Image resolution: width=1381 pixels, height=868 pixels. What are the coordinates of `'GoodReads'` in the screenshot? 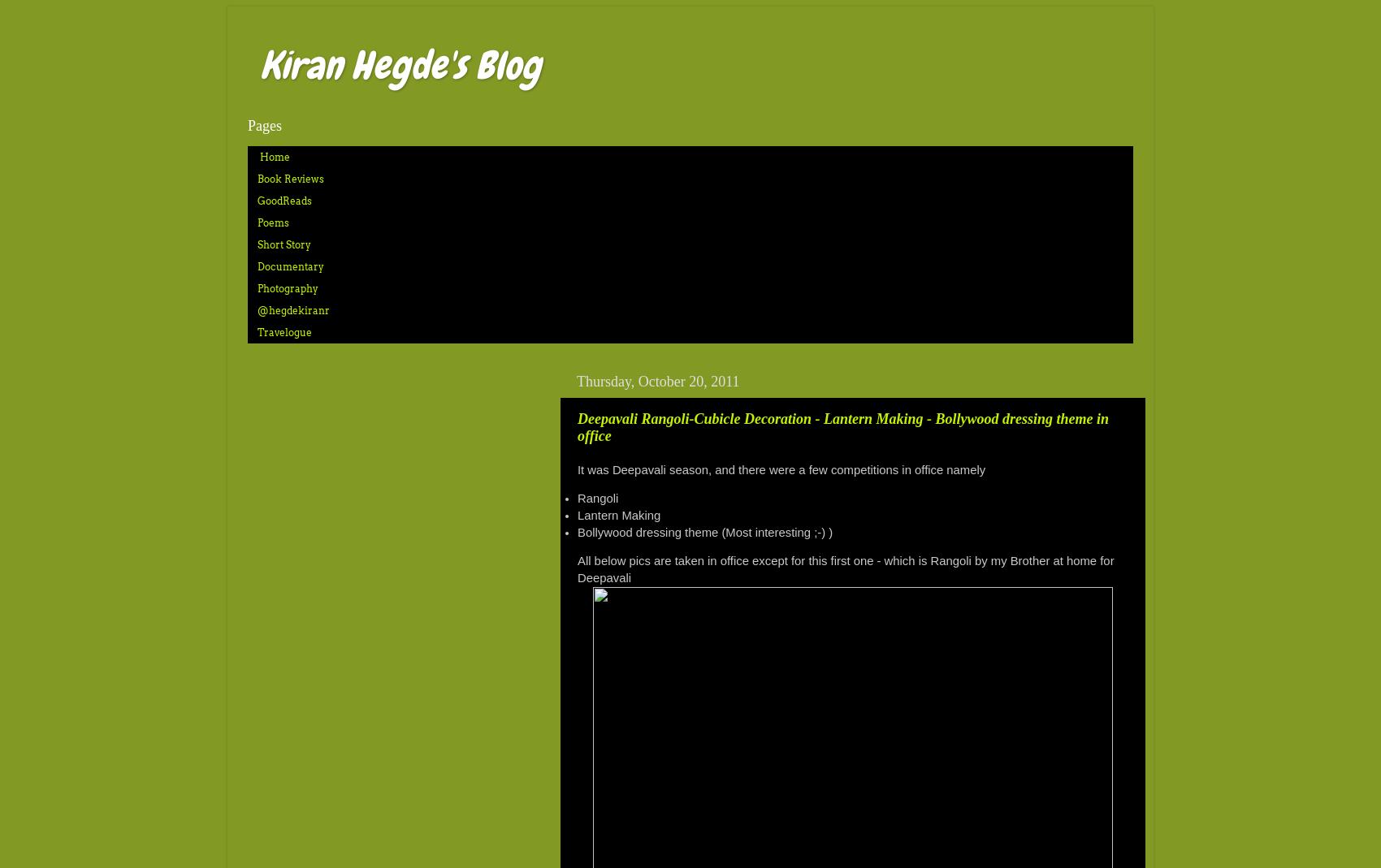 It's located at (284, 199).